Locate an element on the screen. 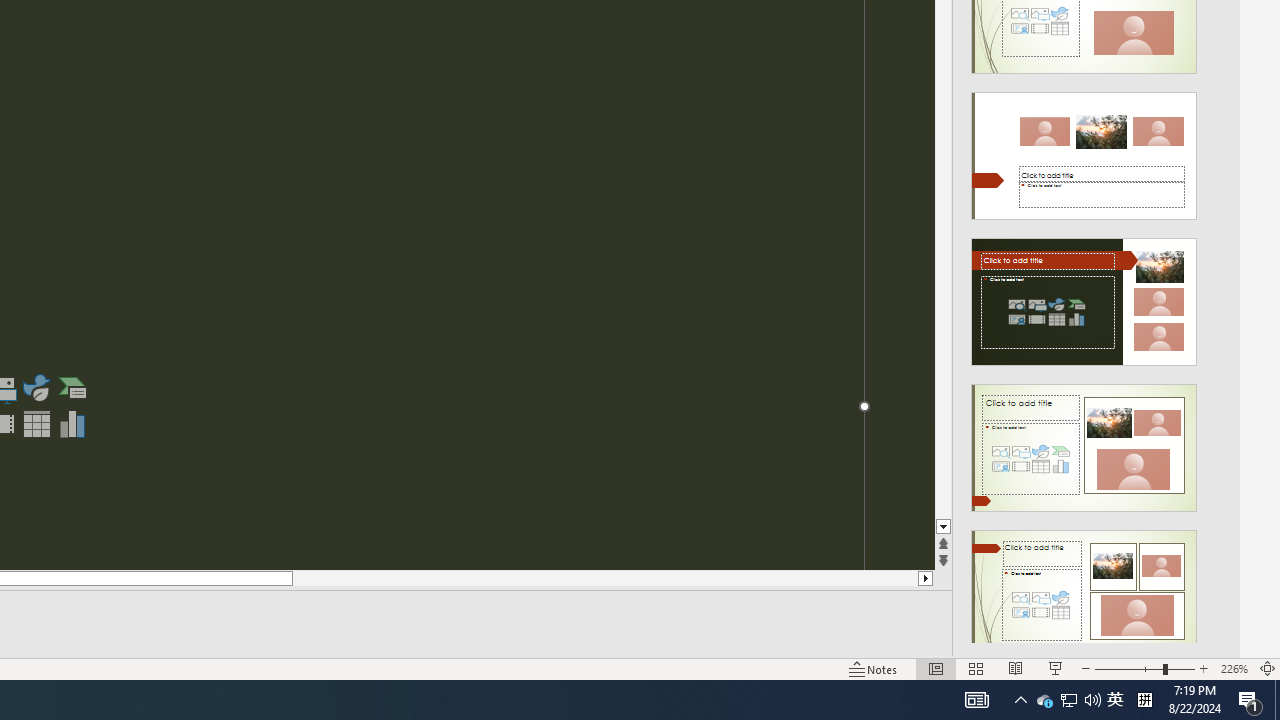 Image resolution: width=1280 pixels, height=720 pixels. 'Insert Chart' is located at coordinates (73, 423).